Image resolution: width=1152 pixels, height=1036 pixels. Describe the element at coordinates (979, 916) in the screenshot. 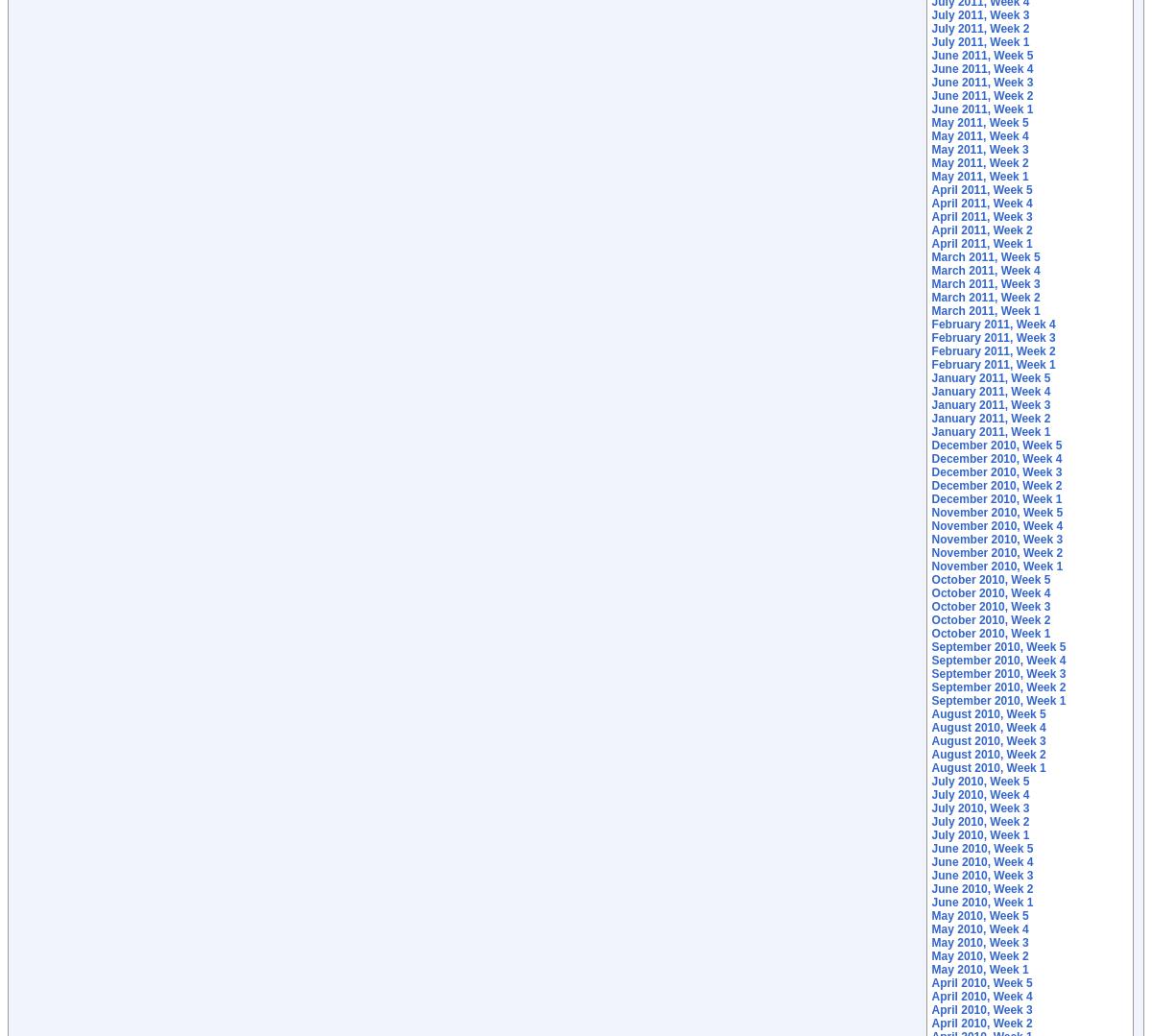

I see `'May 2010, Week 5'` at that location.